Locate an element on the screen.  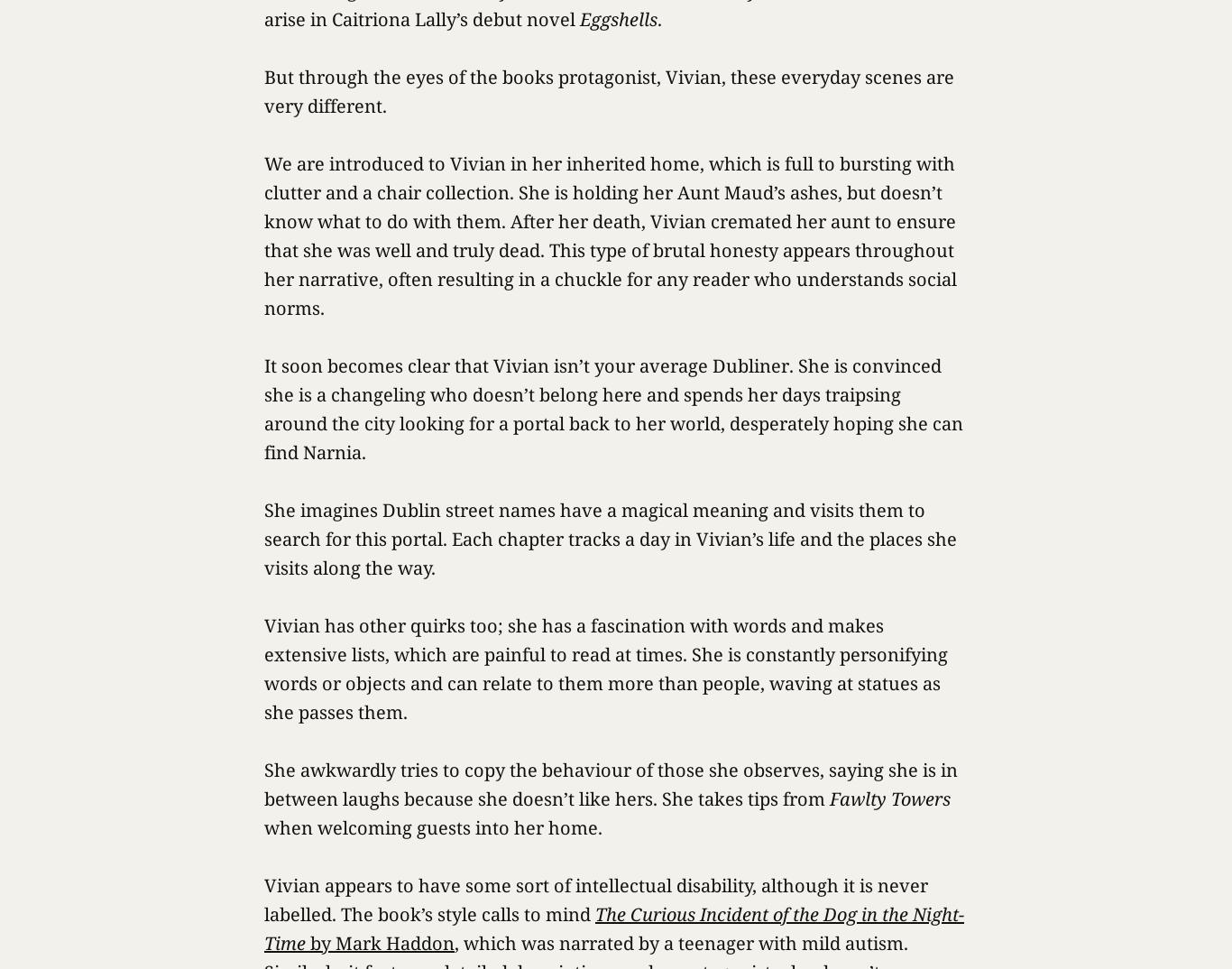
'.' is located at coordinates (659, 18).